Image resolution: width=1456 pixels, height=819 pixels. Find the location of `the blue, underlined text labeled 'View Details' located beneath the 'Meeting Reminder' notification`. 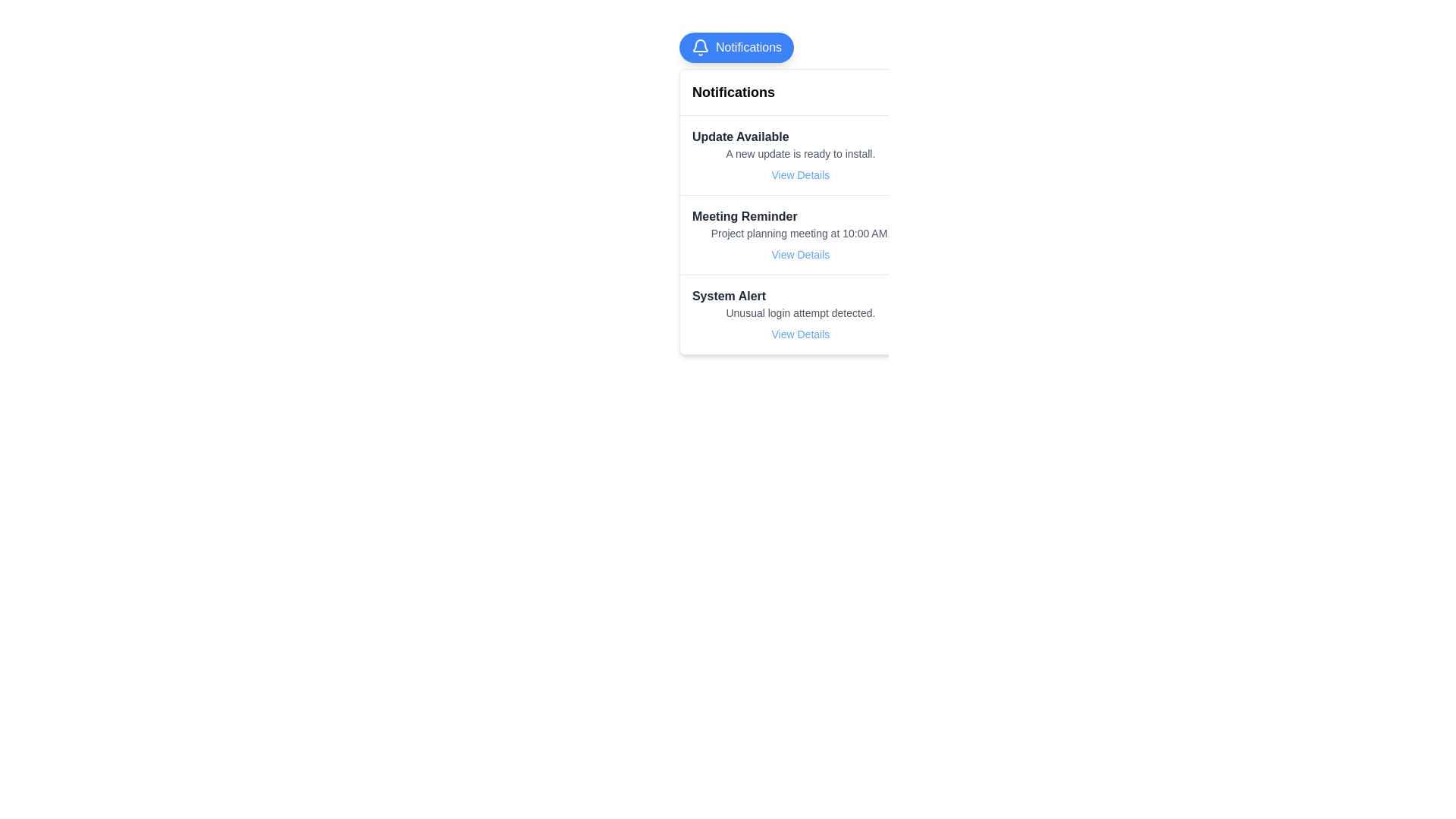

the blue, underlined text labeled 'View Details' located beneath the 'Meeting Reminder' notification is located at coordinates (800, 253).